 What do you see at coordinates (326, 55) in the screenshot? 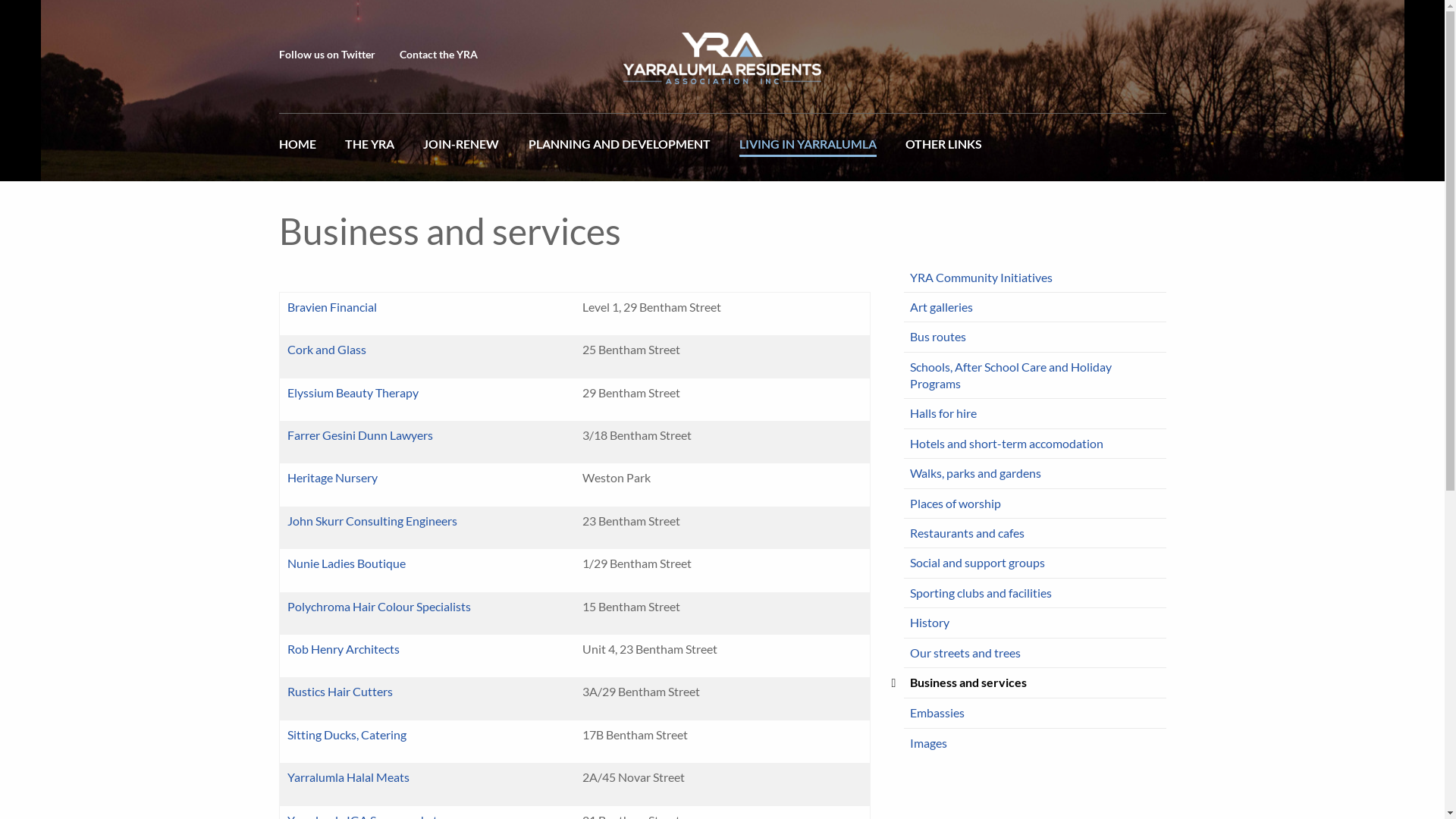
I see `'Follow us on Twitter'` at bounding box center [326, 55].